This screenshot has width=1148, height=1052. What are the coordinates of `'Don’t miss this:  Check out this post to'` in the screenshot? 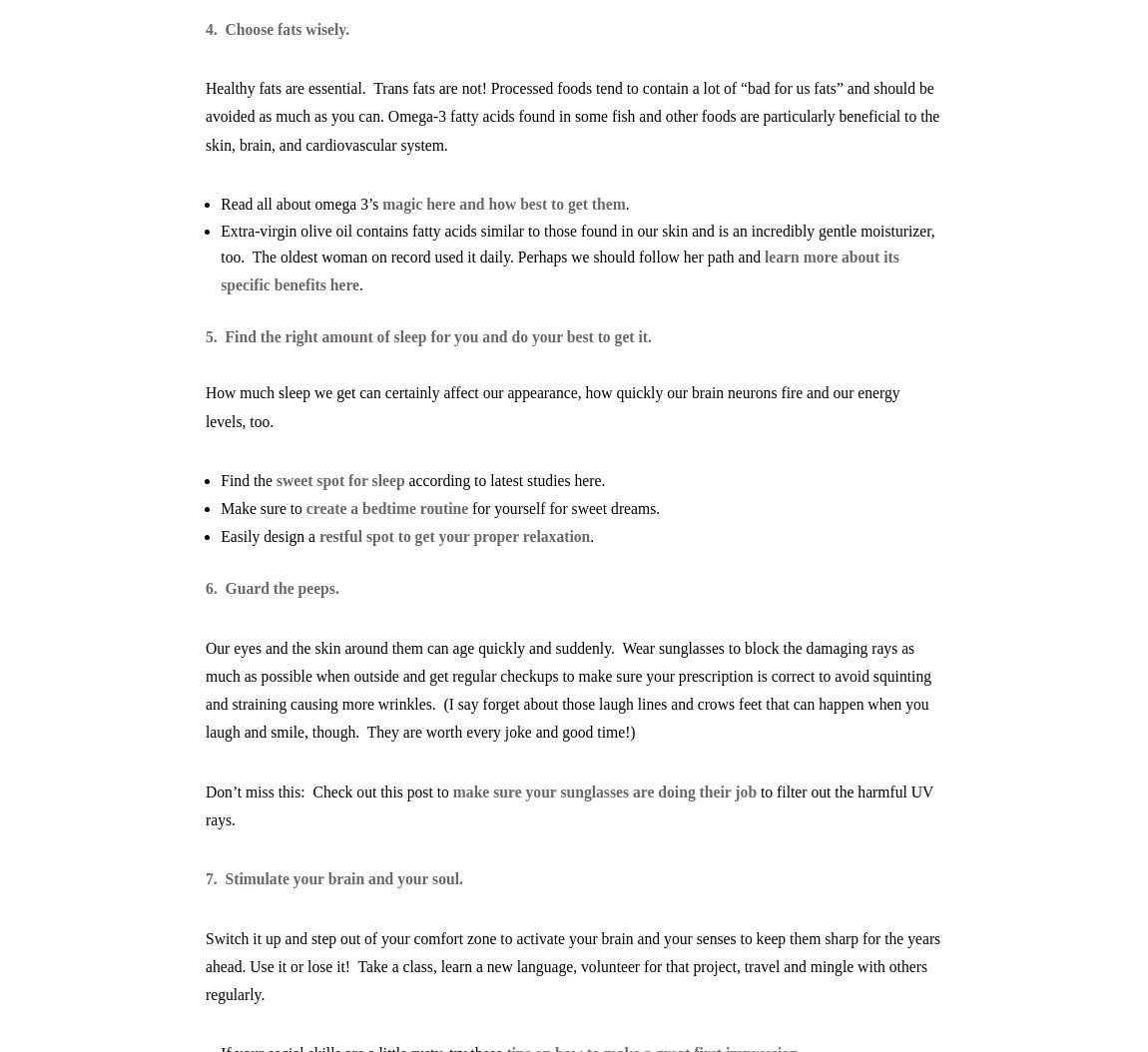 It's located at (328, 789).